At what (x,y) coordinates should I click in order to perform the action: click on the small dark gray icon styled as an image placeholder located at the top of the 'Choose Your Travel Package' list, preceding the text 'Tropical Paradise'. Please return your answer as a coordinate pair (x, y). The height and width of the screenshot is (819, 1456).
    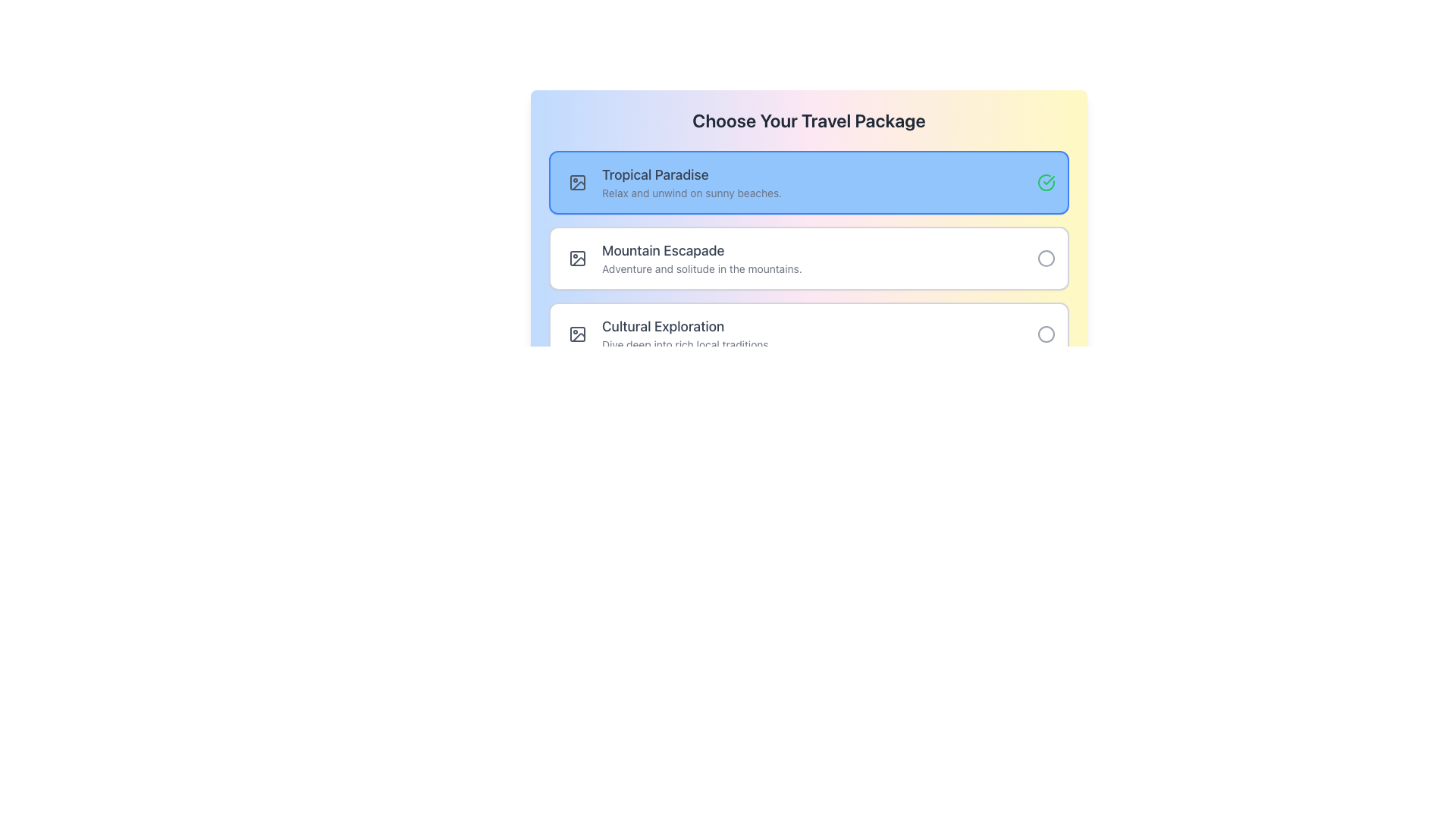
    Looking at the image, I should click on (577, 333).